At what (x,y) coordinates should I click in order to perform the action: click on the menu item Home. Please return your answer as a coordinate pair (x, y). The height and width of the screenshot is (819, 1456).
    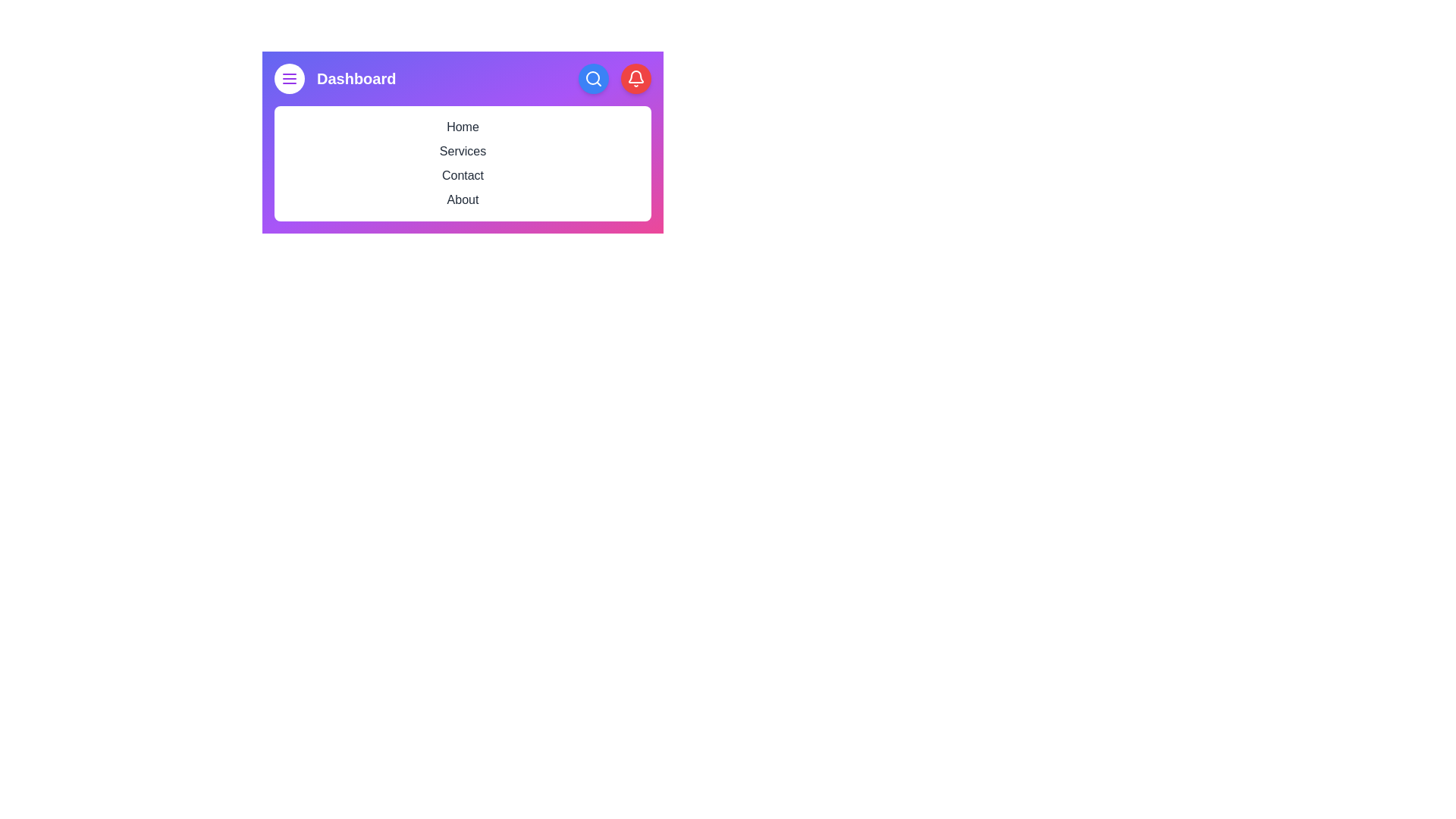
    Looking at the image, I should click on (462, 127).